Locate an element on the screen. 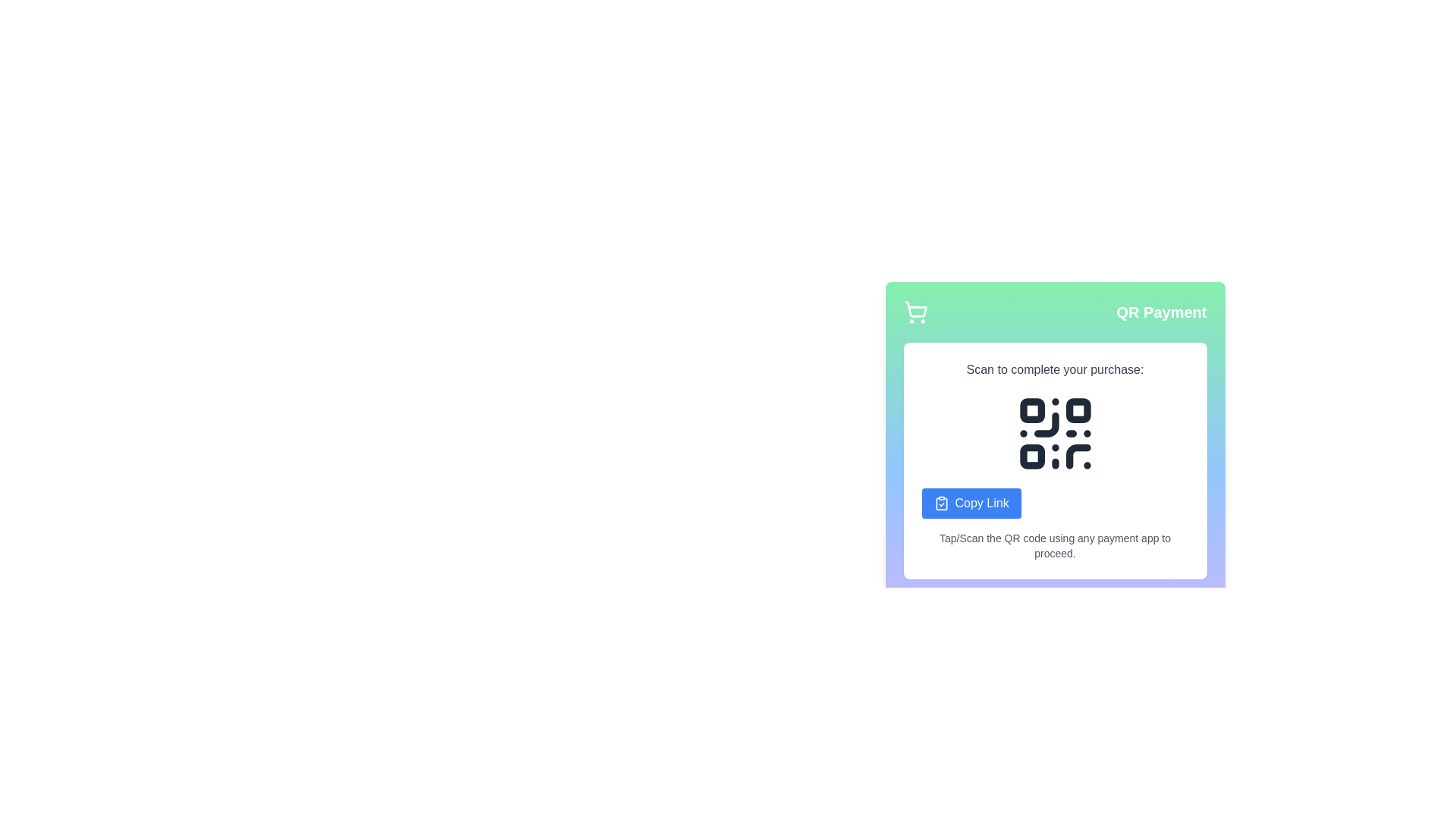 The width and height of the screenshot is (1456, 819). the clipboard-shaped icon located to the left of the 'Copy Link' text within a blue button is located at coordinates (940, 503).